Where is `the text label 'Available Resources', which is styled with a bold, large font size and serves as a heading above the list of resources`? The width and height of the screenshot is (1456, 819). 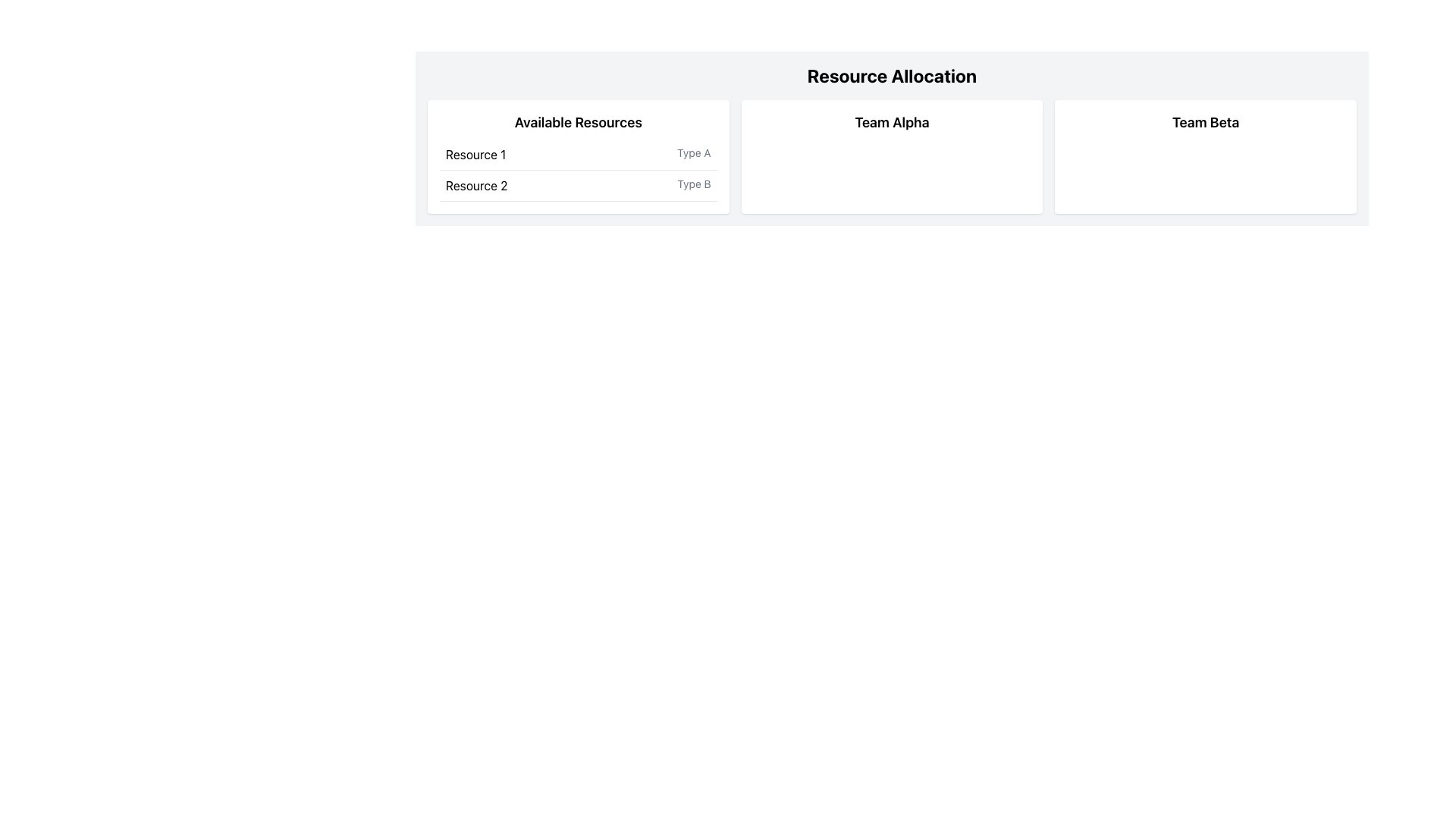
the text label 'Available Resources', which is styled with a bold, large font size and serves as a heading above the list of resources is located at coordinates (577, 122).